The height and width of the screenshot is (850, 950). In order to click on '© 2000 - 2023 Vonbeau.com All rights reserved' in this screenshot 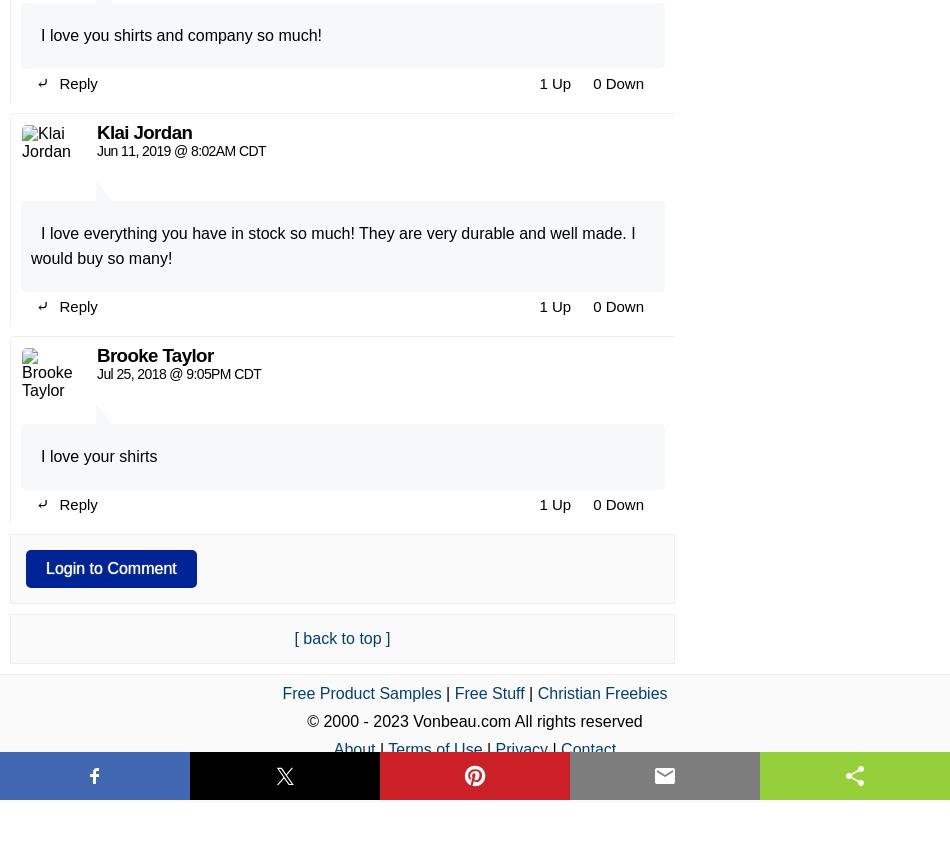, I will do `click(473, 220)`.